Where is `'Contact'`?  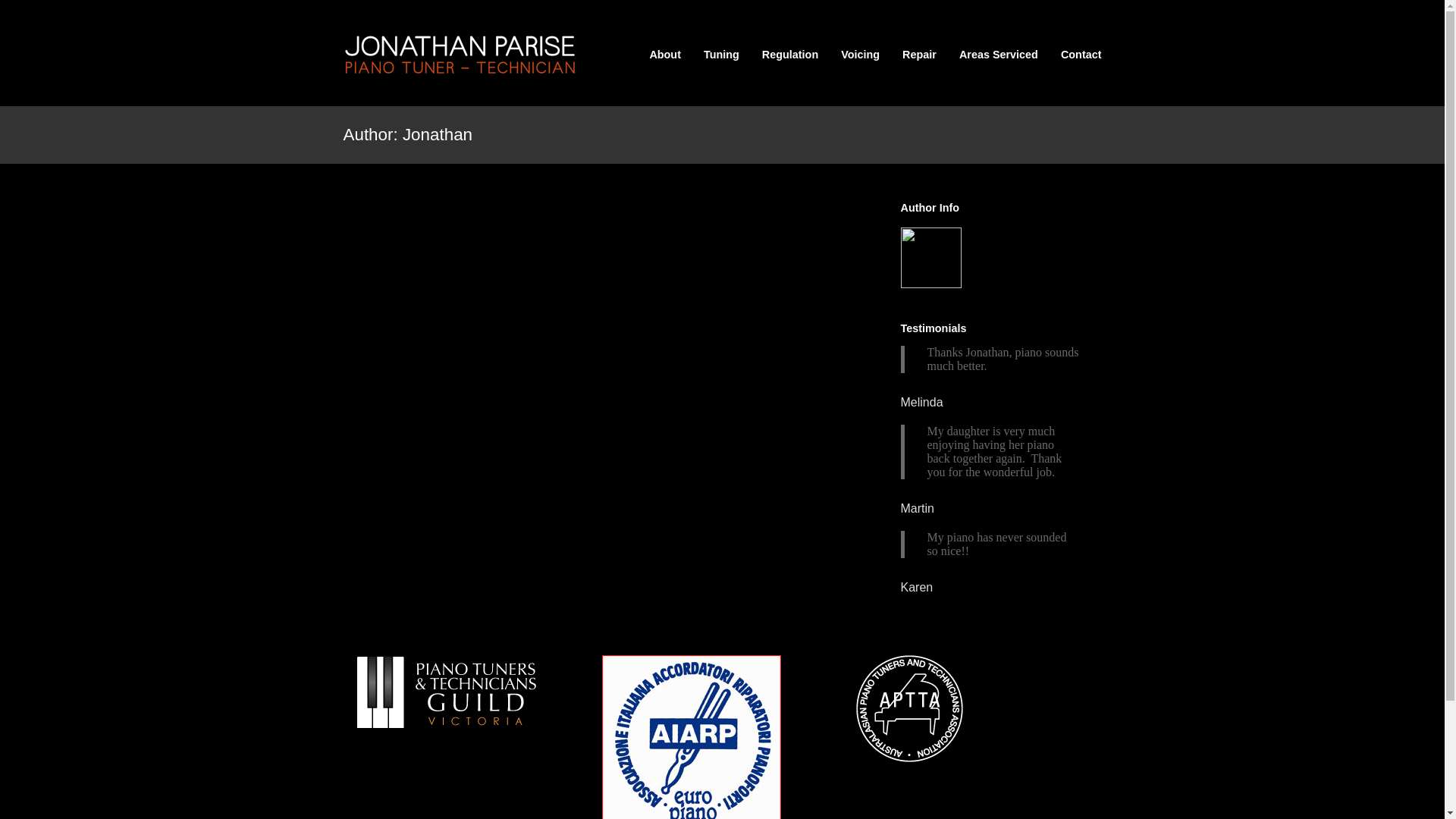
'Contact' is located at coordinates (1080, 54).